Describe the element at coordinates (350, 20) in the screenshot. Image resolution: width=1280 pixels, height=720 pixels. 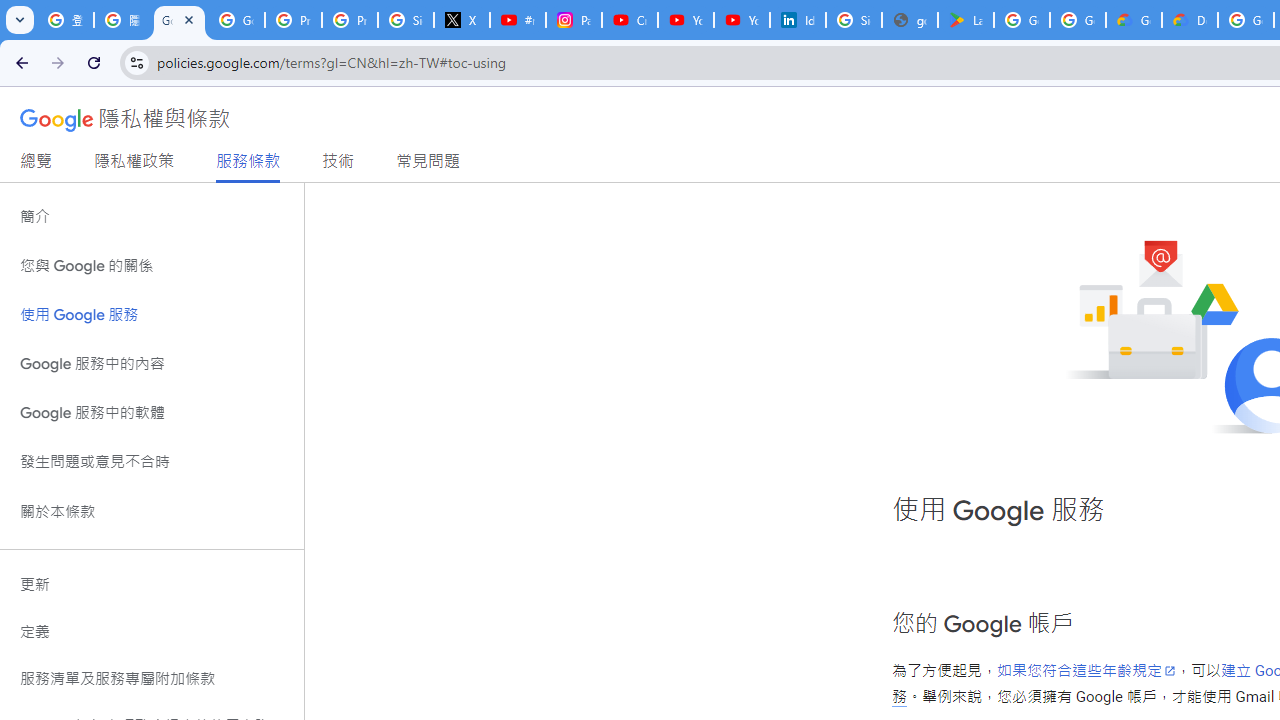
I see `'Privacy Help Center - Policies Help'` at that location.